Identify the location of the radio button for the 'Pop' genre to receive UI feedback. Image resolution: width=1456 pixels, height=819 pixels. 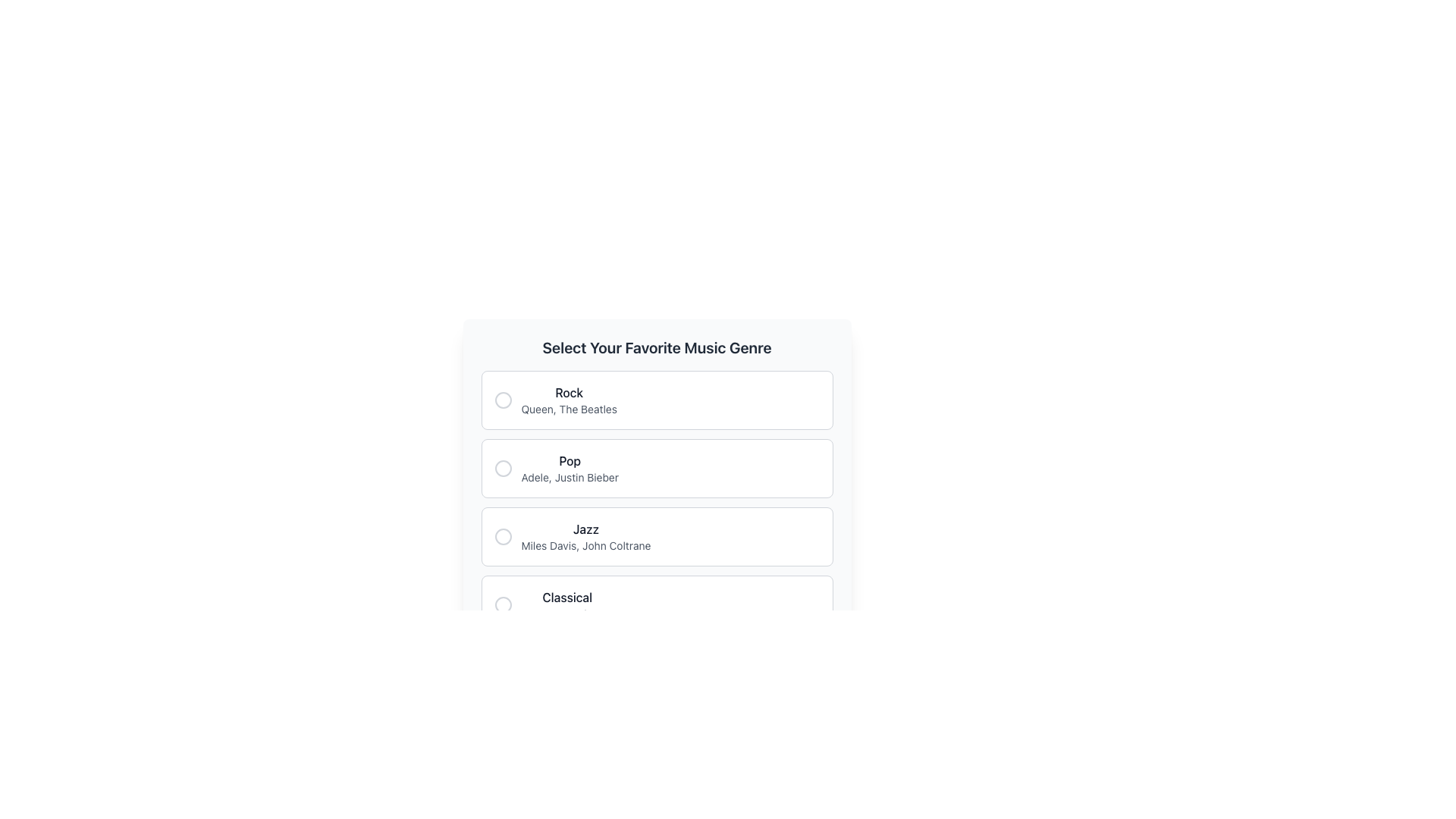
(503, 467).